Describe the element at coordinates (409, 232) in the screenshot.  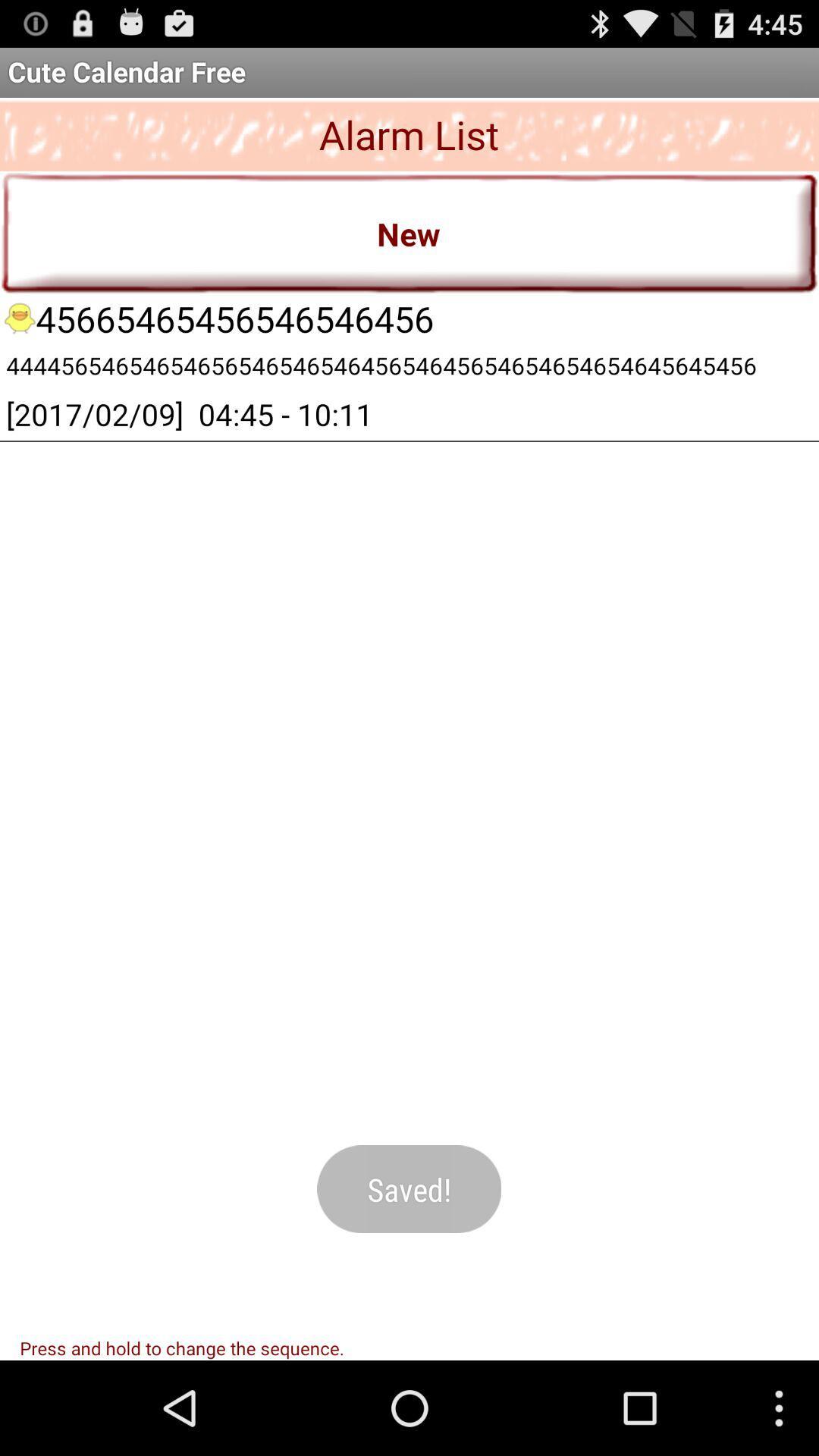
I see `the app below alarm list icon` at that location.